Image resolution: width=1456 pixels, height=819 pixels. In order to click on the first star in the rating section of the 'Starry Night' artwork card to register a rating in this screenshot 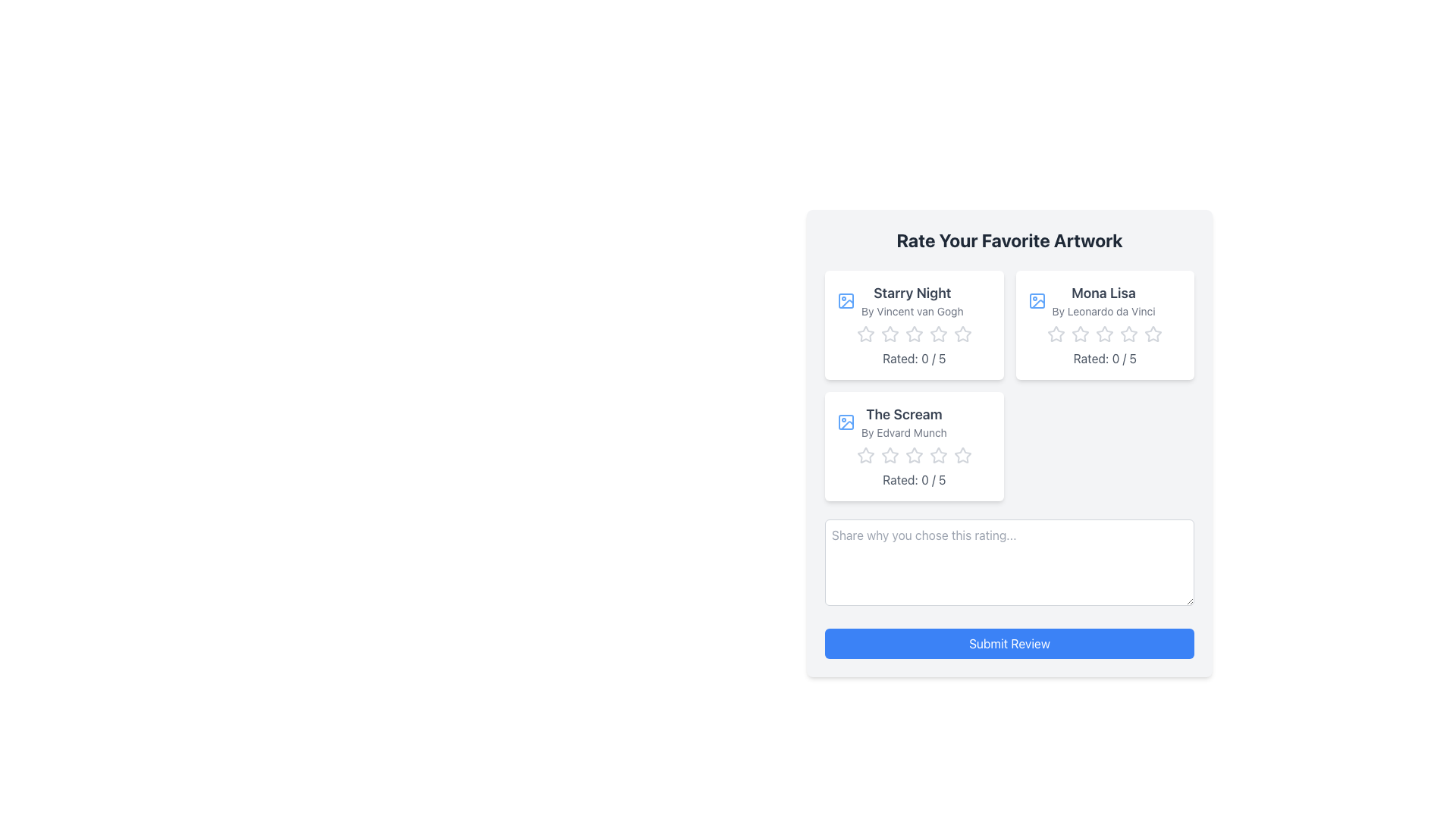, I will do `click(890, 333)`.